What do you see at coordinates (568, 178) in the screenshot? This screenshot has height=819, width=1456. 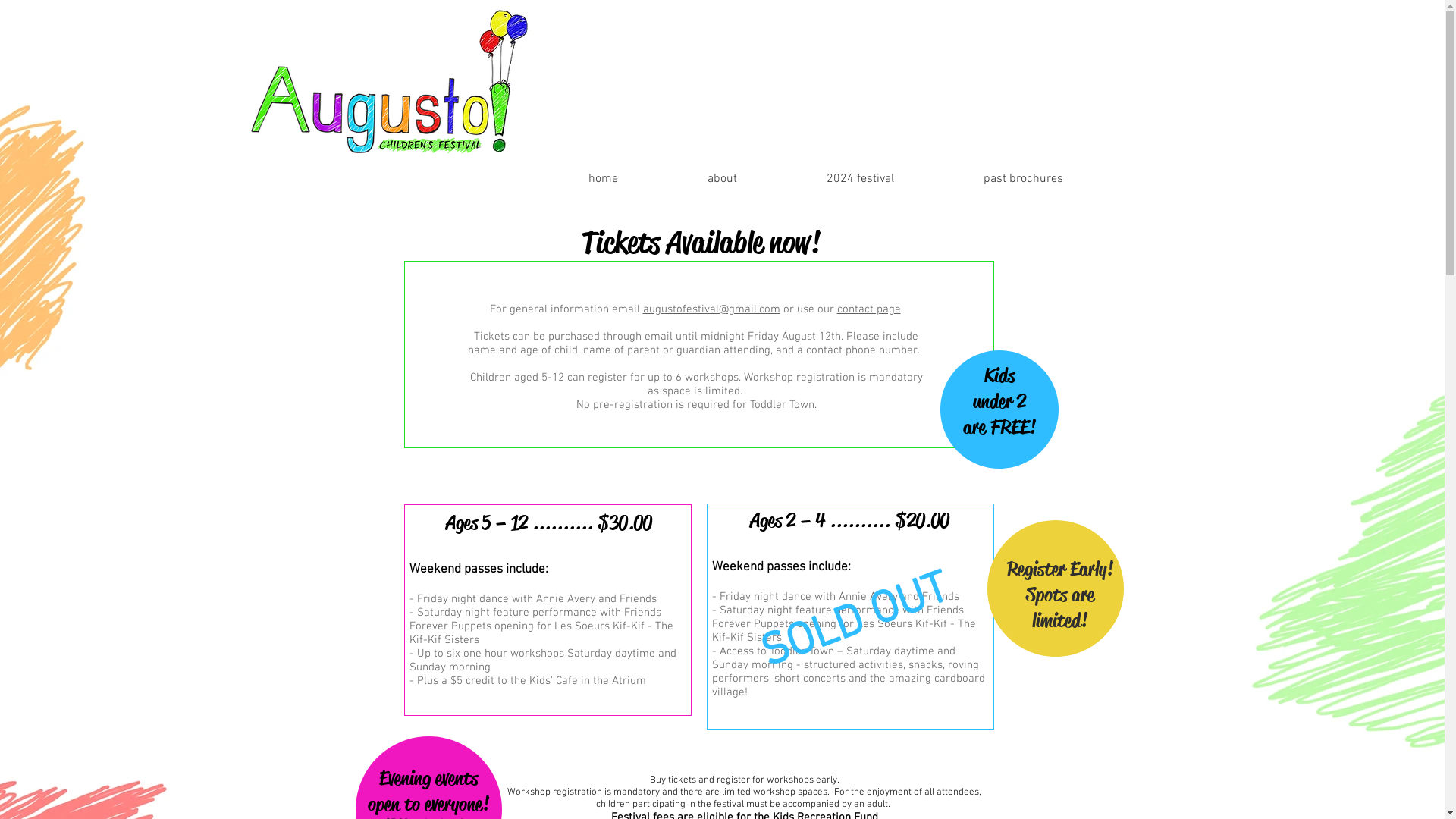 I see `'home'` at bounding box center [568, 178].